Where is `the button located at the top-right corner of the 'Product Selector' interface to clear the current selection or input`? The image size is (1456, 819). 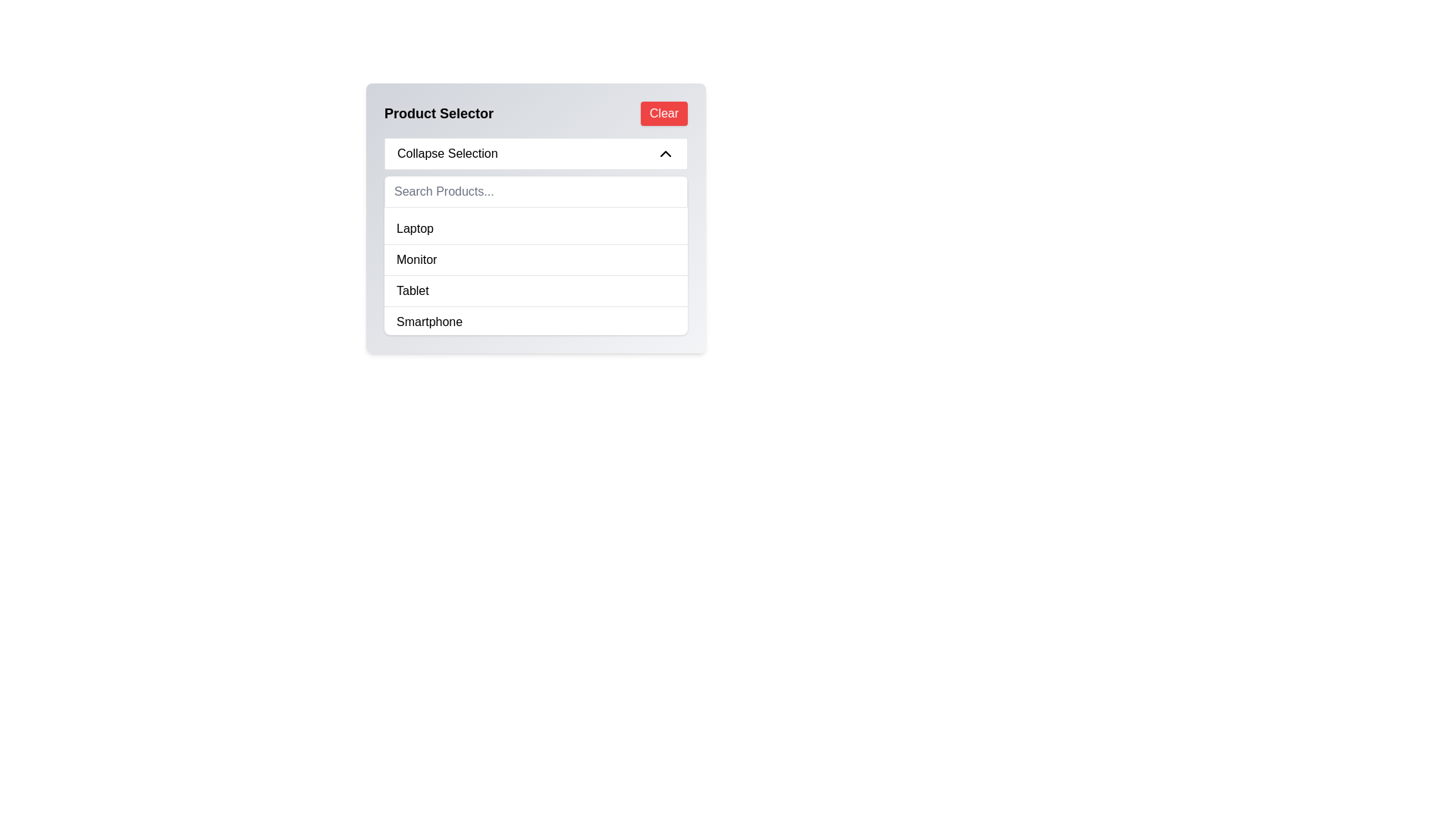 the button located at the top-right corner of the 'Product Selector' interface to clear the current selection or input is located at coordinates (664, 113).